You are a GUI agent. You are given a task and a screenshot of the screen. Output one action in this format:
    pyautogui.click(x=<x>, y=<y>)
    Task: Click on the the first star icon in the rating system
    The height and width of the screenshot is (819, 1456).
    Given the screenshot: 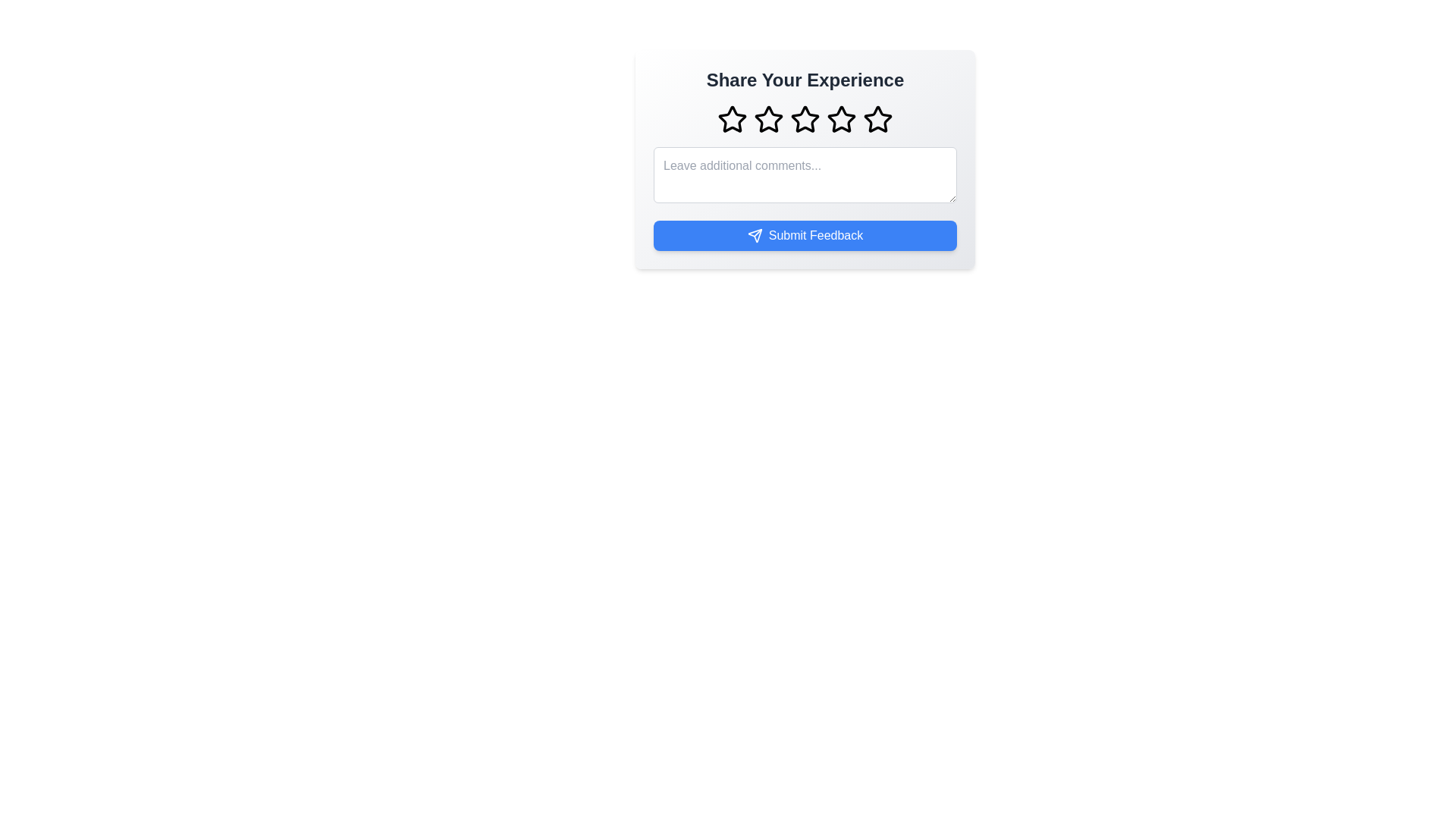 What is the action you would take?
    pyautogui.click(x=732, y=119)
    